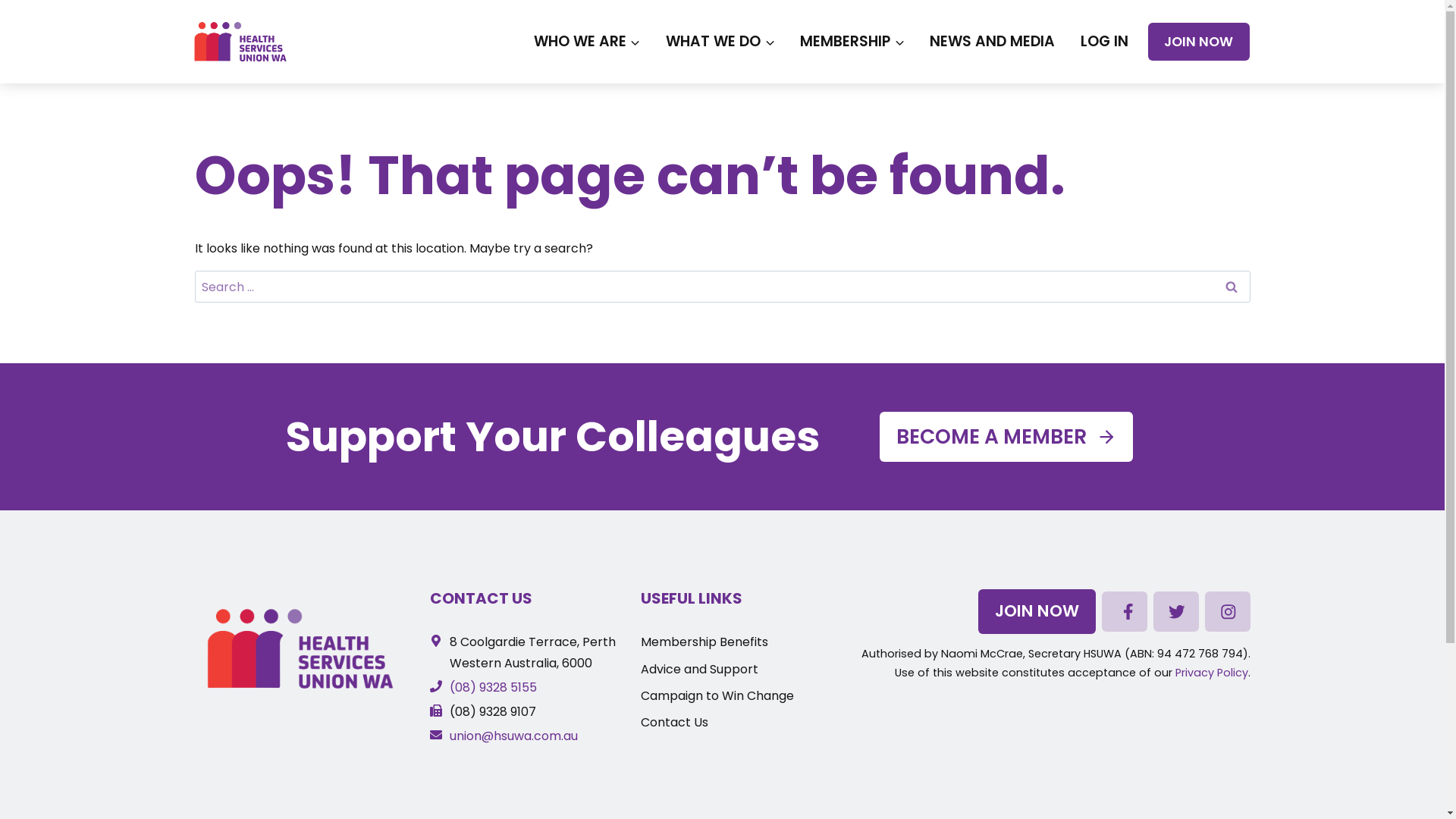 The image size is (1456, 819). What do you see at coordinates (480, 598) in the screenshot?
I see `'CONTACT US'` at bounding box center [480, 598].